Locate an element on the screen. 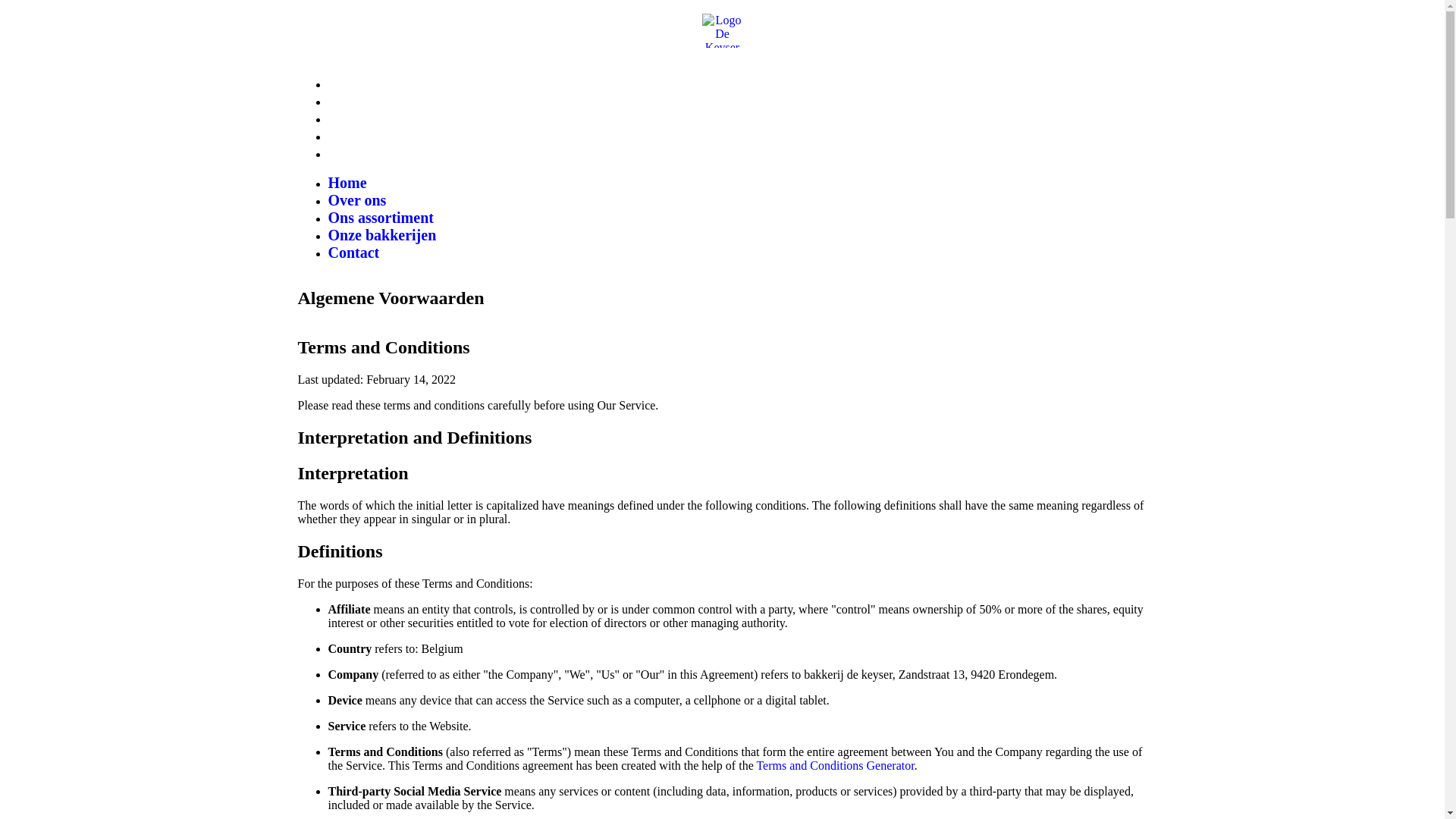  'Terms and Conditions Generator' is located at coordinates (833, 765).